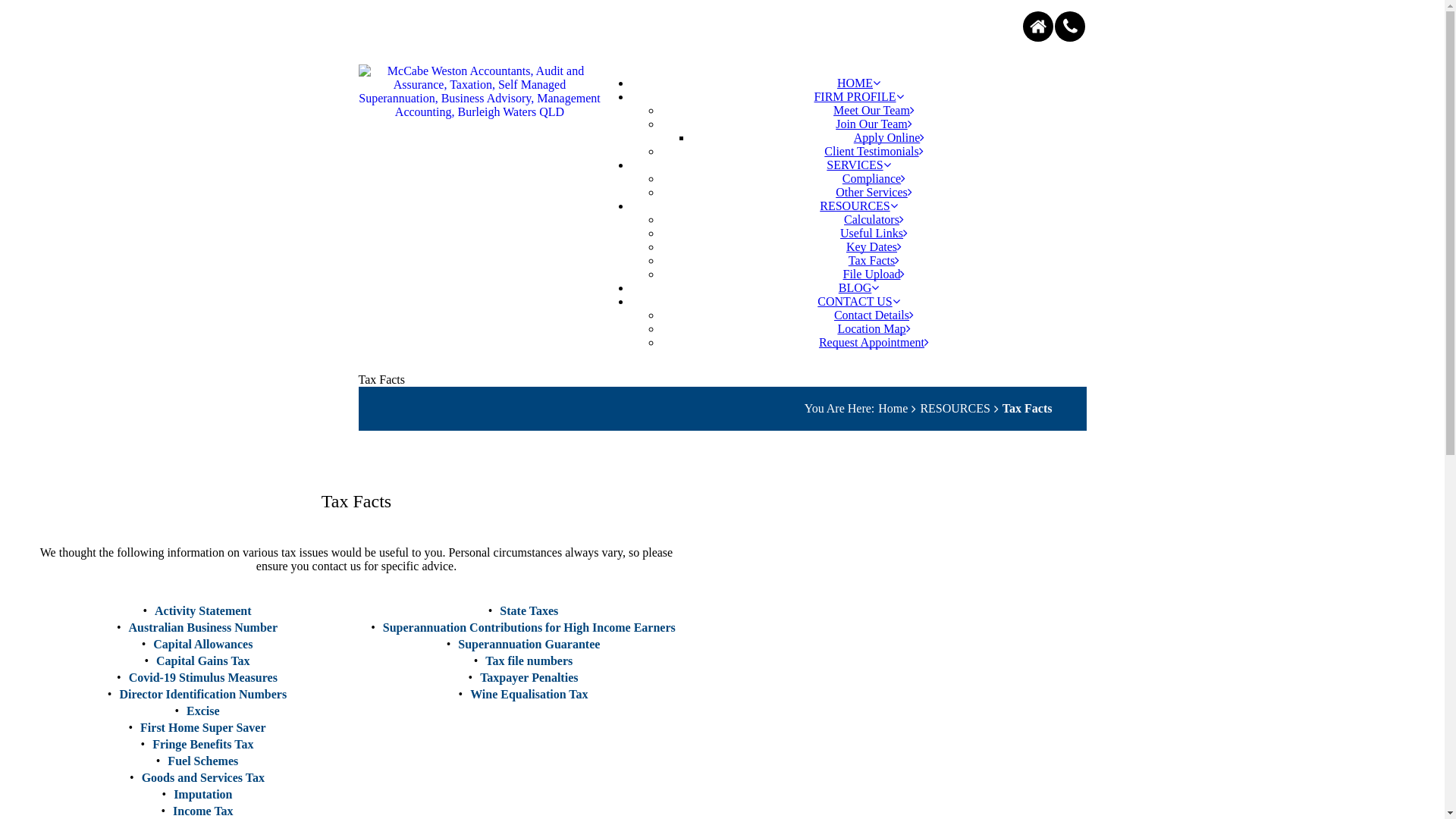 The height and width of the screenshot is (819, 1456). I want to click on 'Tax Facts', so click(874, 259).